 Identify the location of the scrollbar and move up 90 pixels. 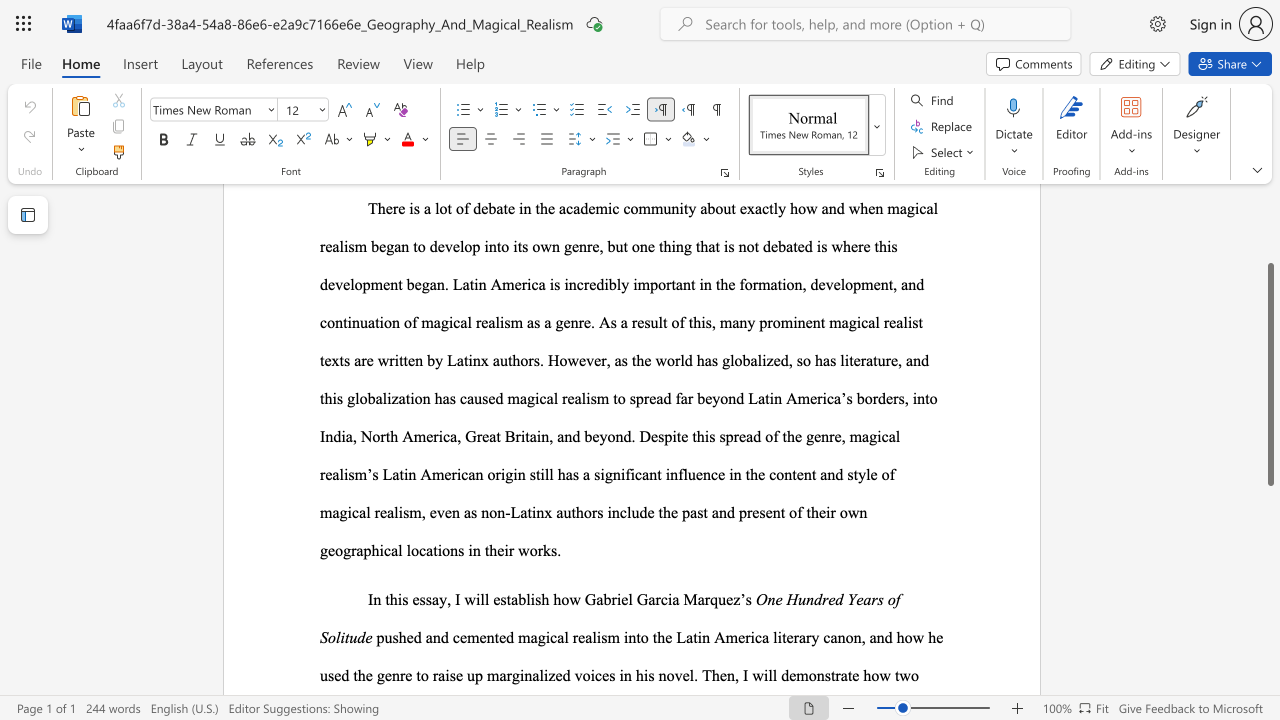
(1269, 374).